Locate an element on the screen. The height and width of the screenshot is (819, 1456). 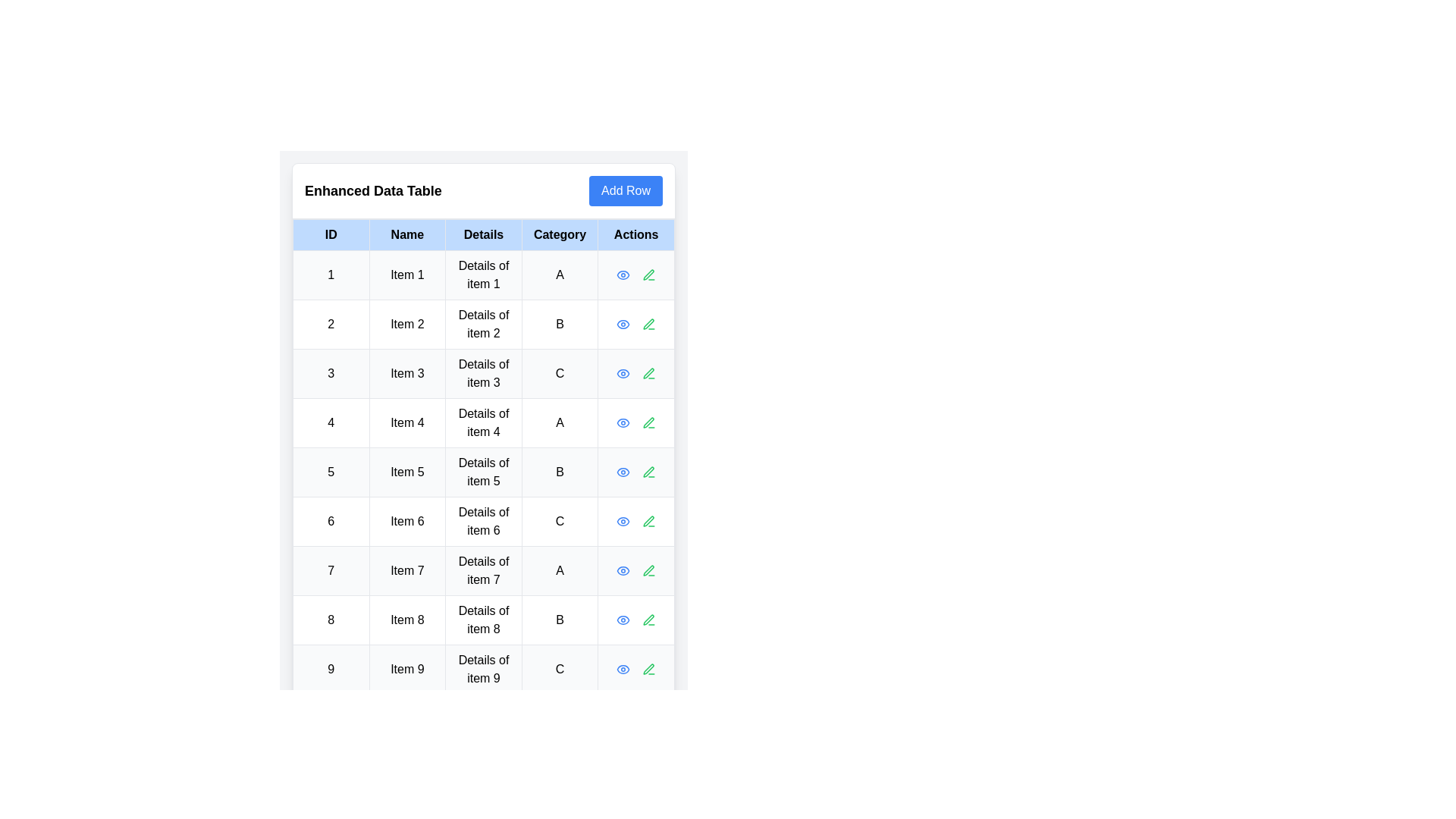
the pen icon in the 'Actions' column corresponding to 'Item 4' is located at coordinates (648, 422).